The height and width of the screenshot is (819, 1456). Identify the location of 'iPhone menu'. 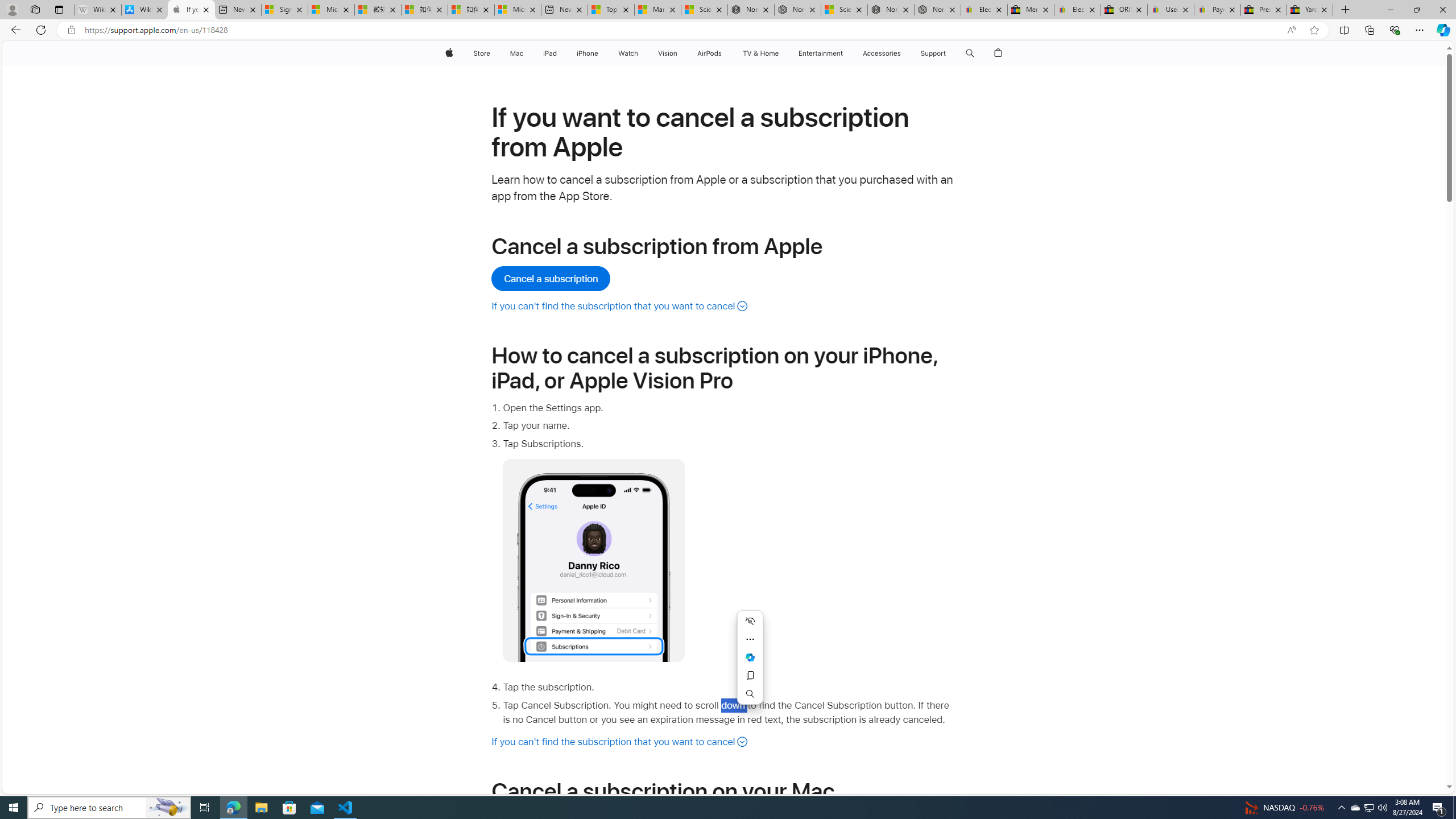
(600, 53).